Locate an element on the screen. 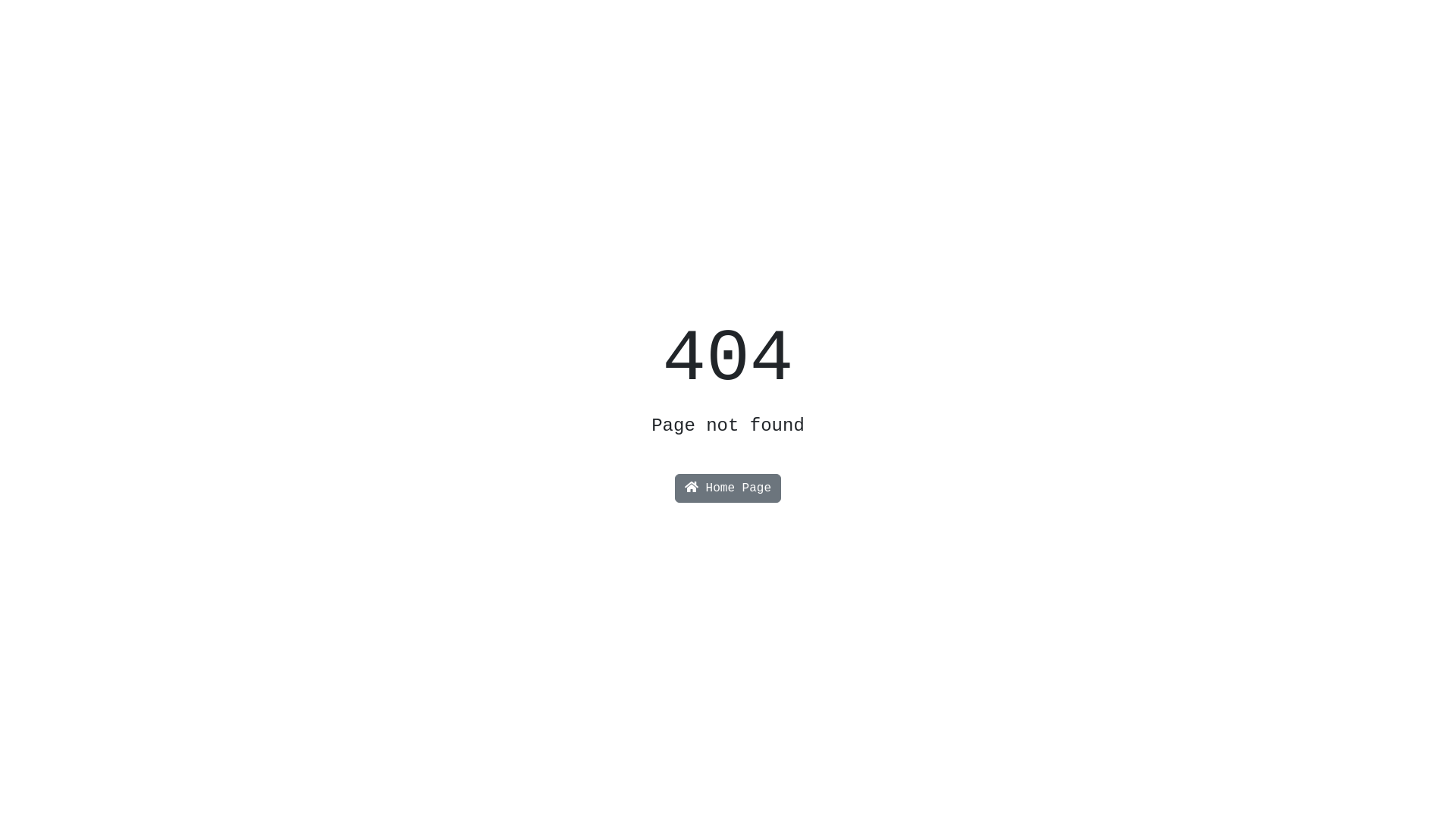  'Home Page' is located at coordinates (673, 488).